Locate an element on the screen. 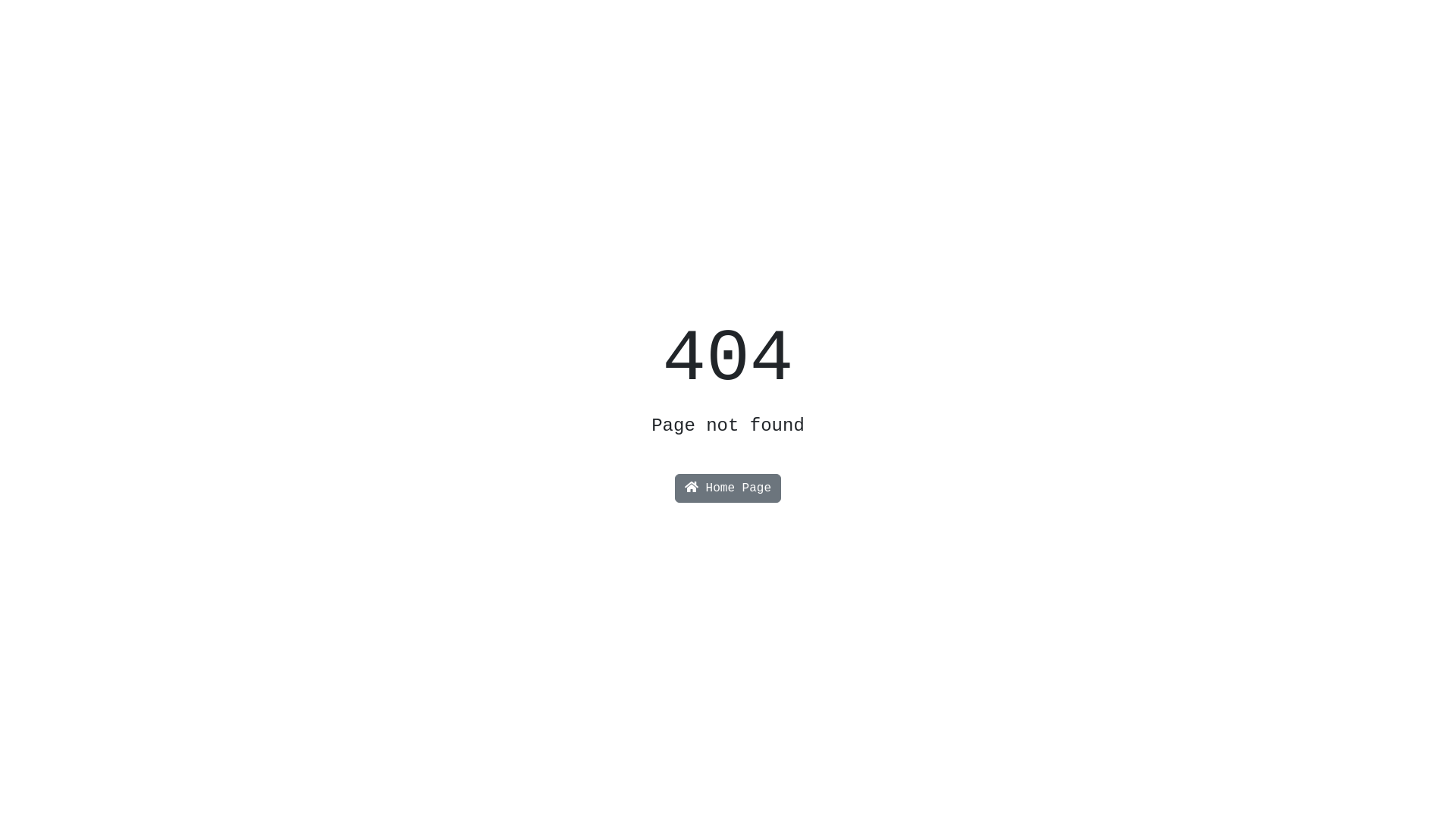  'Home Page' is located at coordinates (673, 488).